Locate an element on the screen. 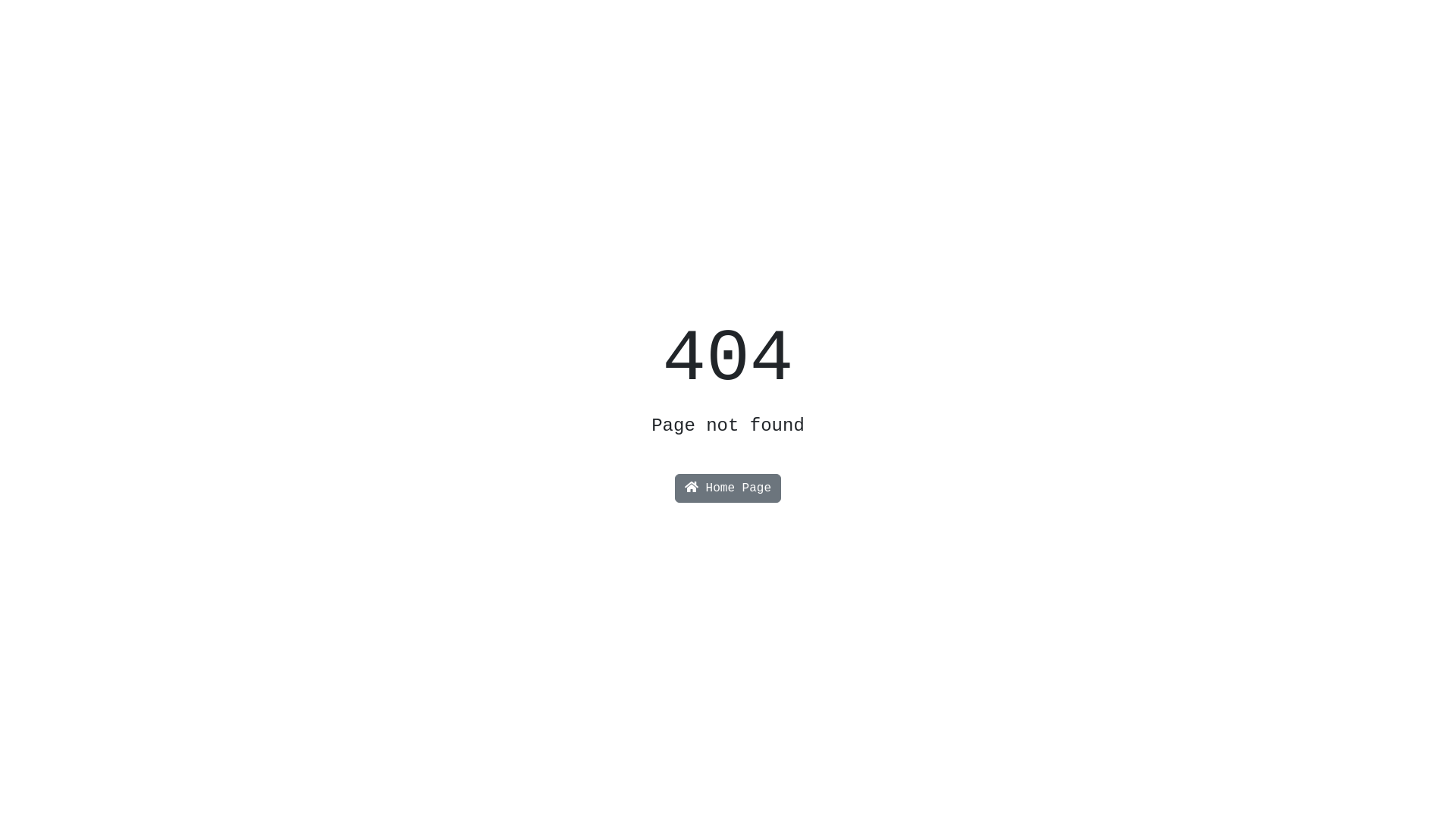  'Home Page' is located at coordinates (673, 488).